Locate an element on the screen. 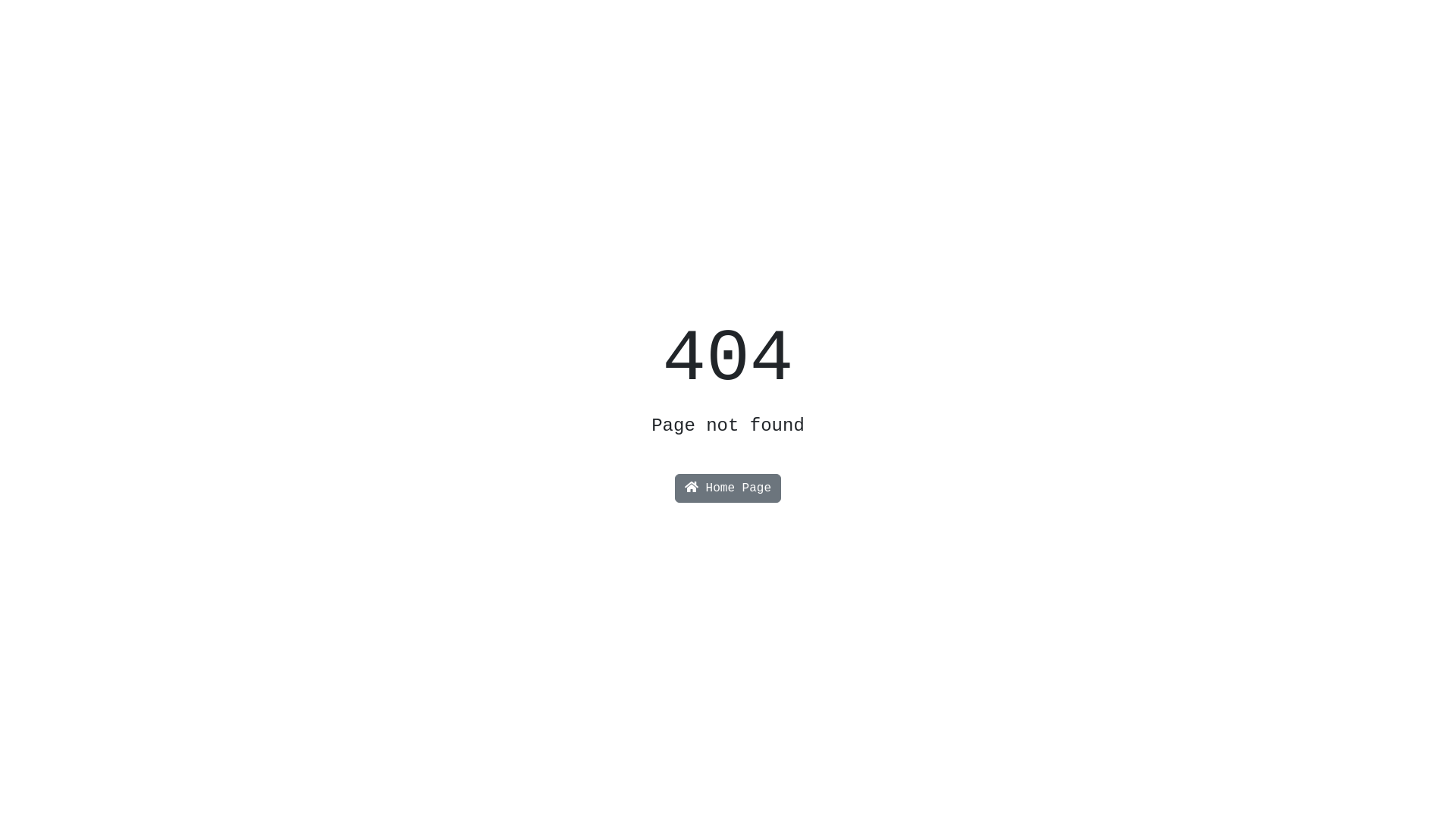  'Home Page' is located at coordinates (673, 488).